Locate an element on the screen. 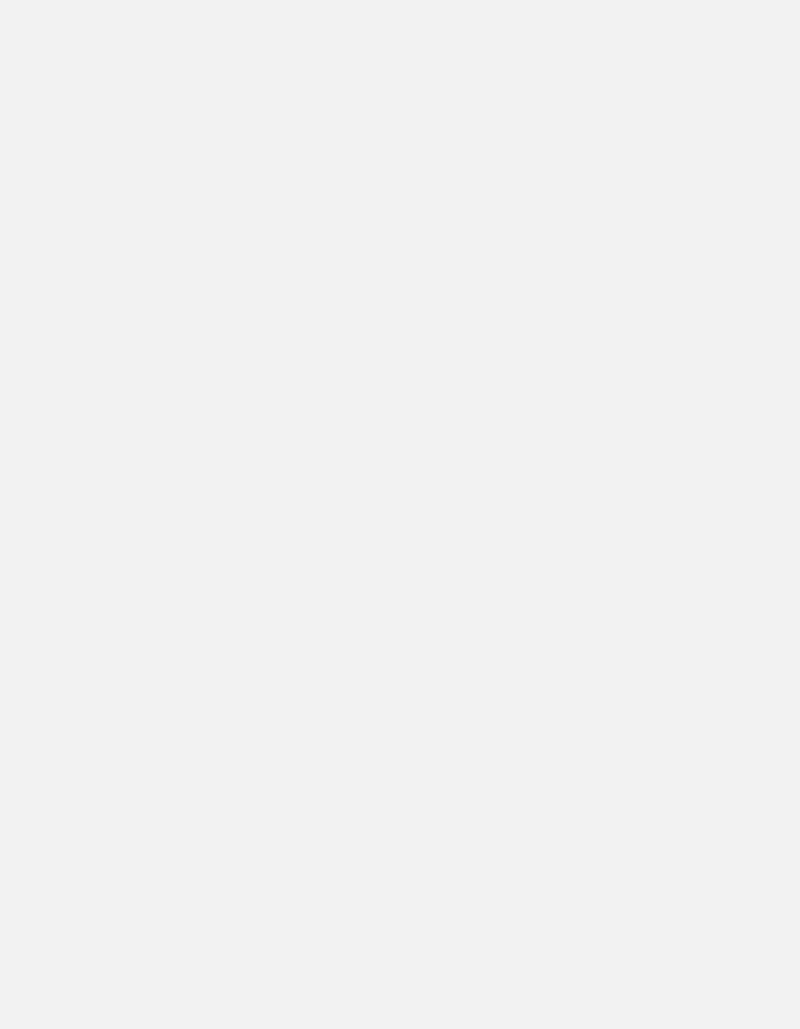 The width and height of the screenshot is (800, 1029). 'Arsenal U23 live scored' is located at coordinates (239, 56).